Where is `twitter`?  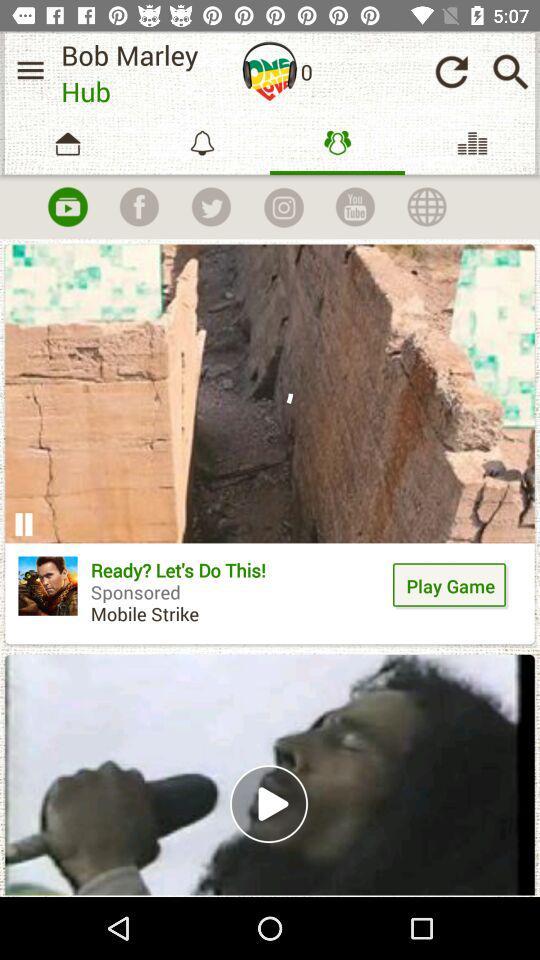 twitter is located at coordinates (210, 207).